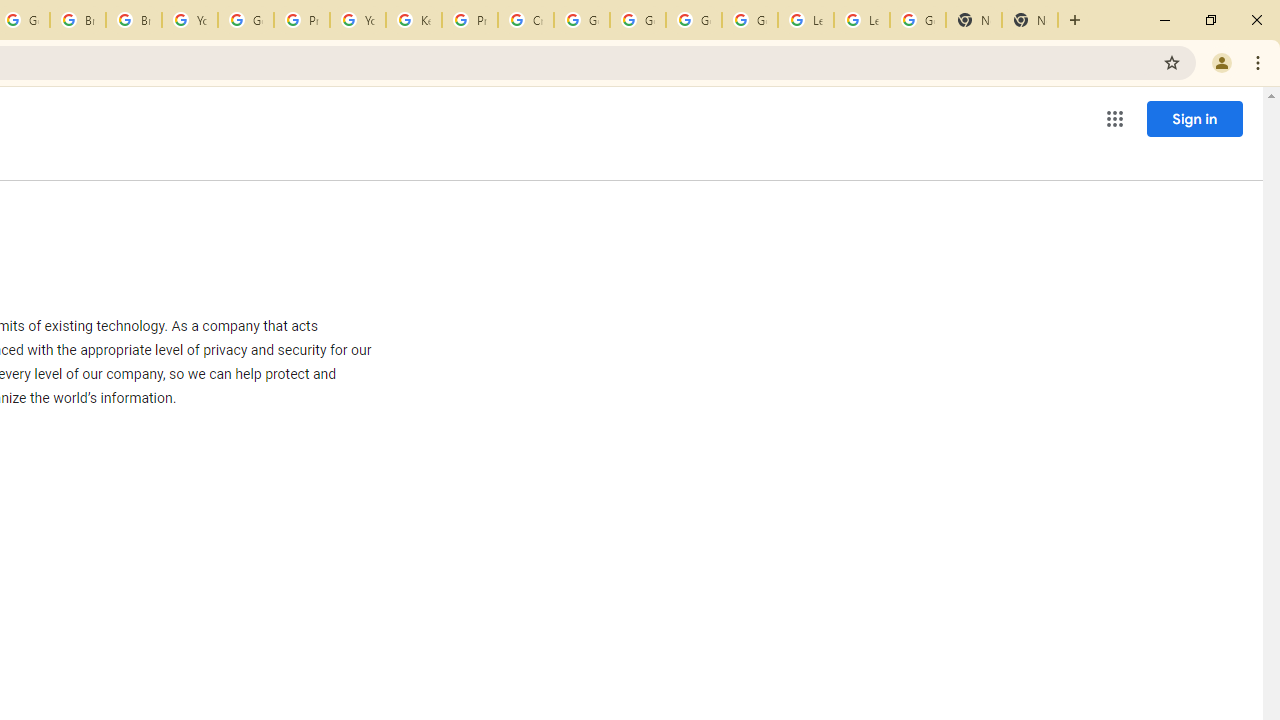  I want to click on 'Google Account Help', so click(244, 20).